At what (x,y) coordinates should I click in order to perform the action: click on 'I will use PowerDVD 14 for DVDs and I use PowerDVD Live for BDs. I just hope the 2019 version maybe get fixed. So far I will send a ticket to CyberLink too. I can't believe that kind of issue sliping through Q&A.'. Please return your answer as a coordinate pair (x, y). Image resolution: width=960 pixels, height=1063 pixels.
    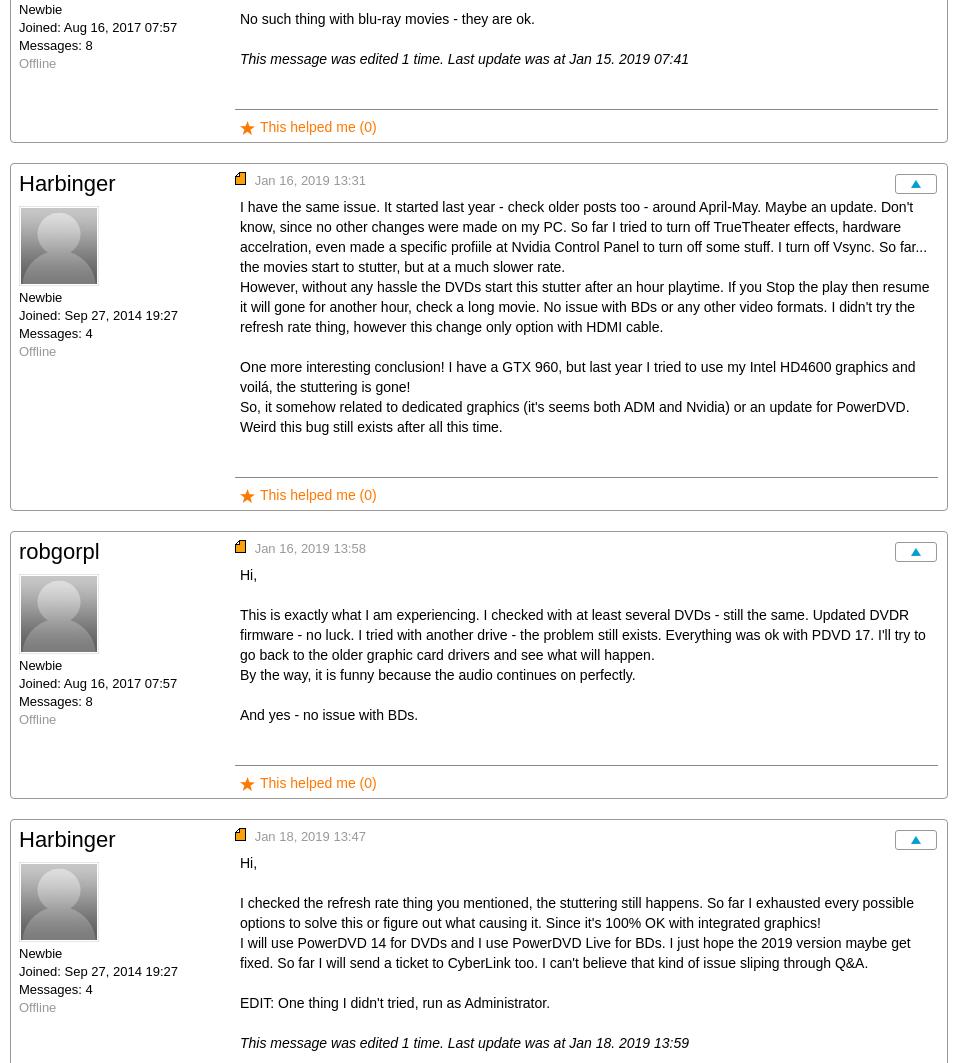
    Looking at the image, I should click on (575, 951).